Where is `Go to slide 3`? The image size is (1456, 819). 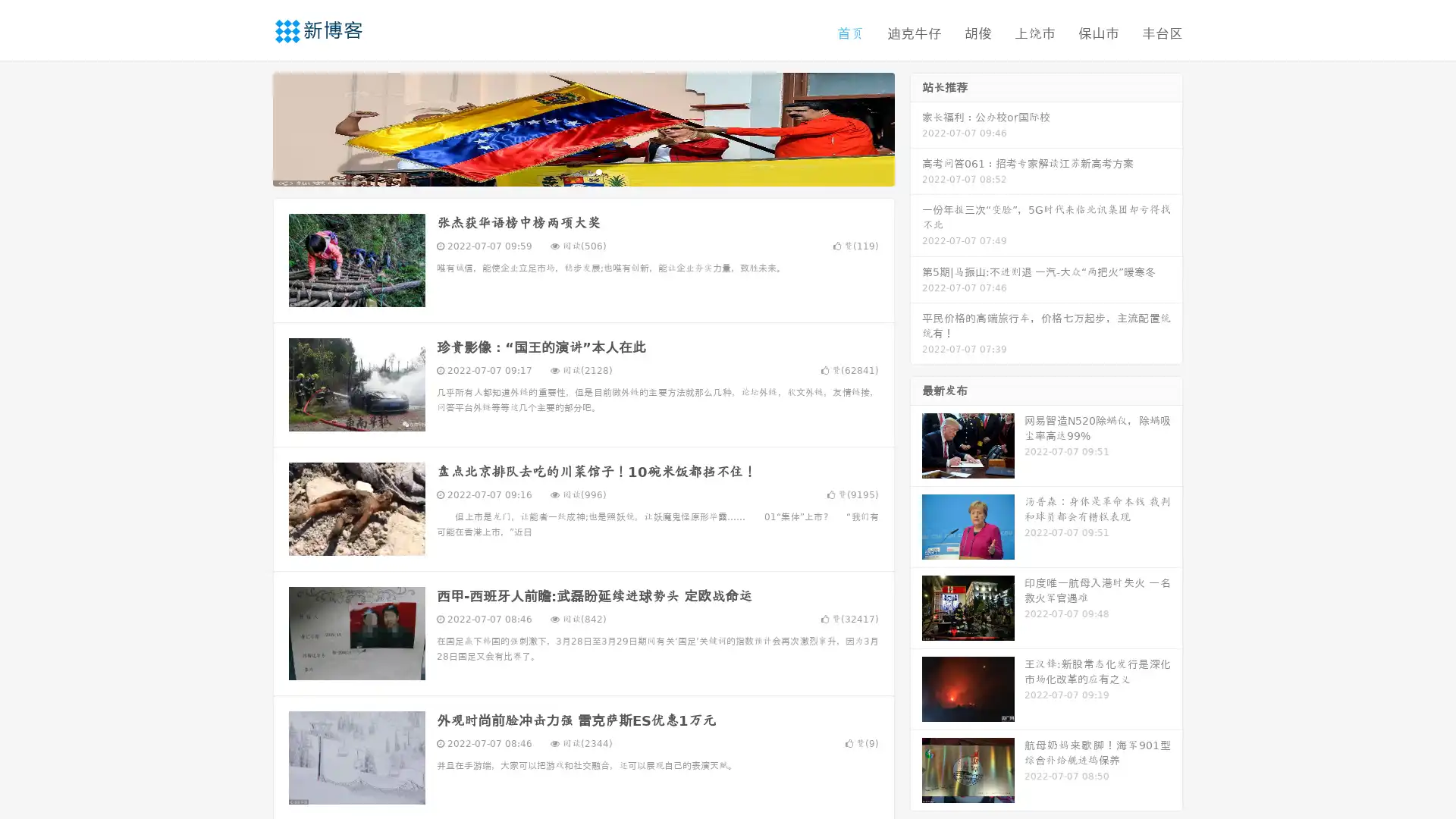 Go to slide 3 is located at coordinates (598, 171).